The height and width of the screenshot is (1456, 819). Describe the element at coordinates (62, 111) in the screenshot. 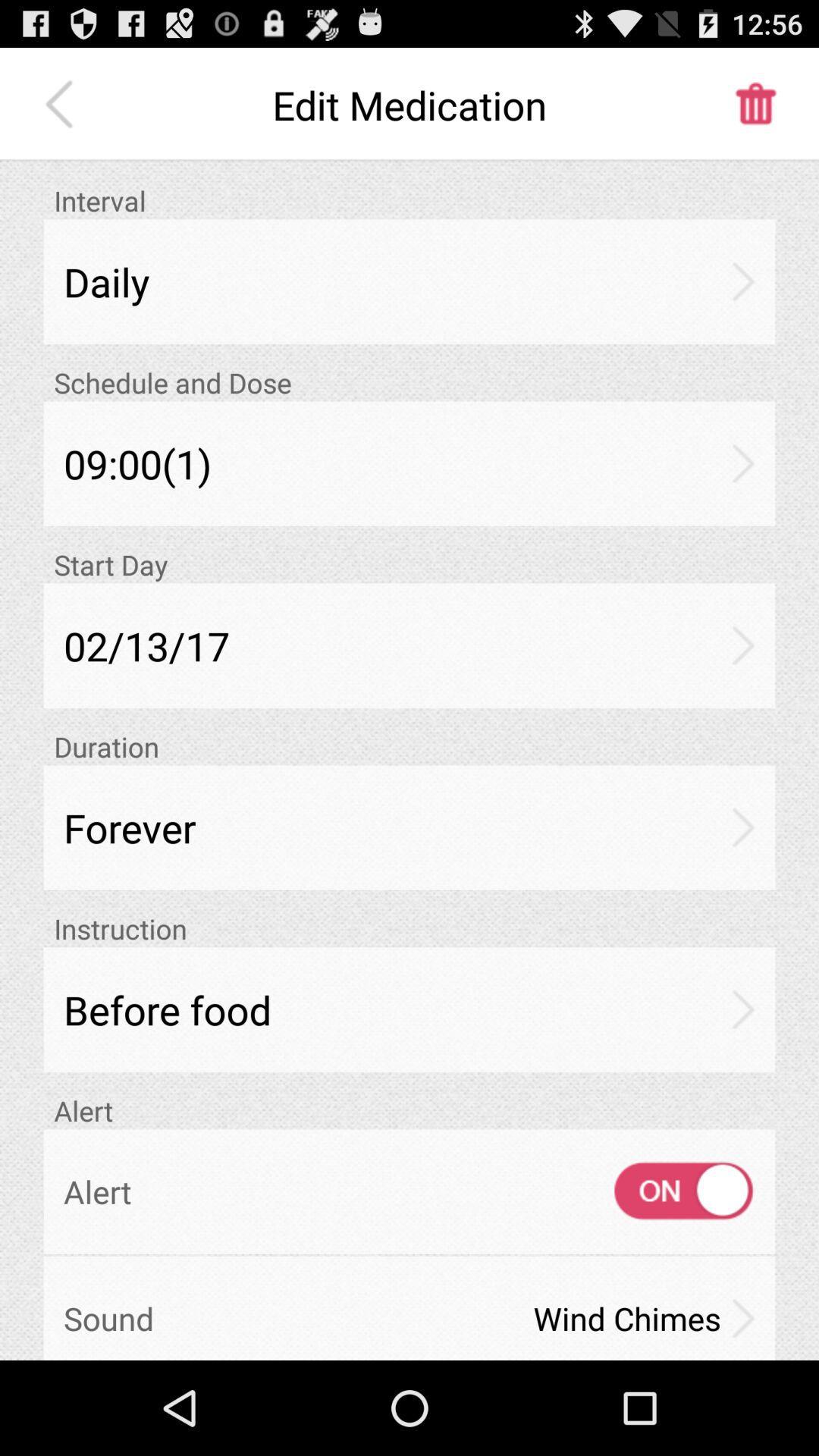

I see `the arrow_backward icon` at that location.